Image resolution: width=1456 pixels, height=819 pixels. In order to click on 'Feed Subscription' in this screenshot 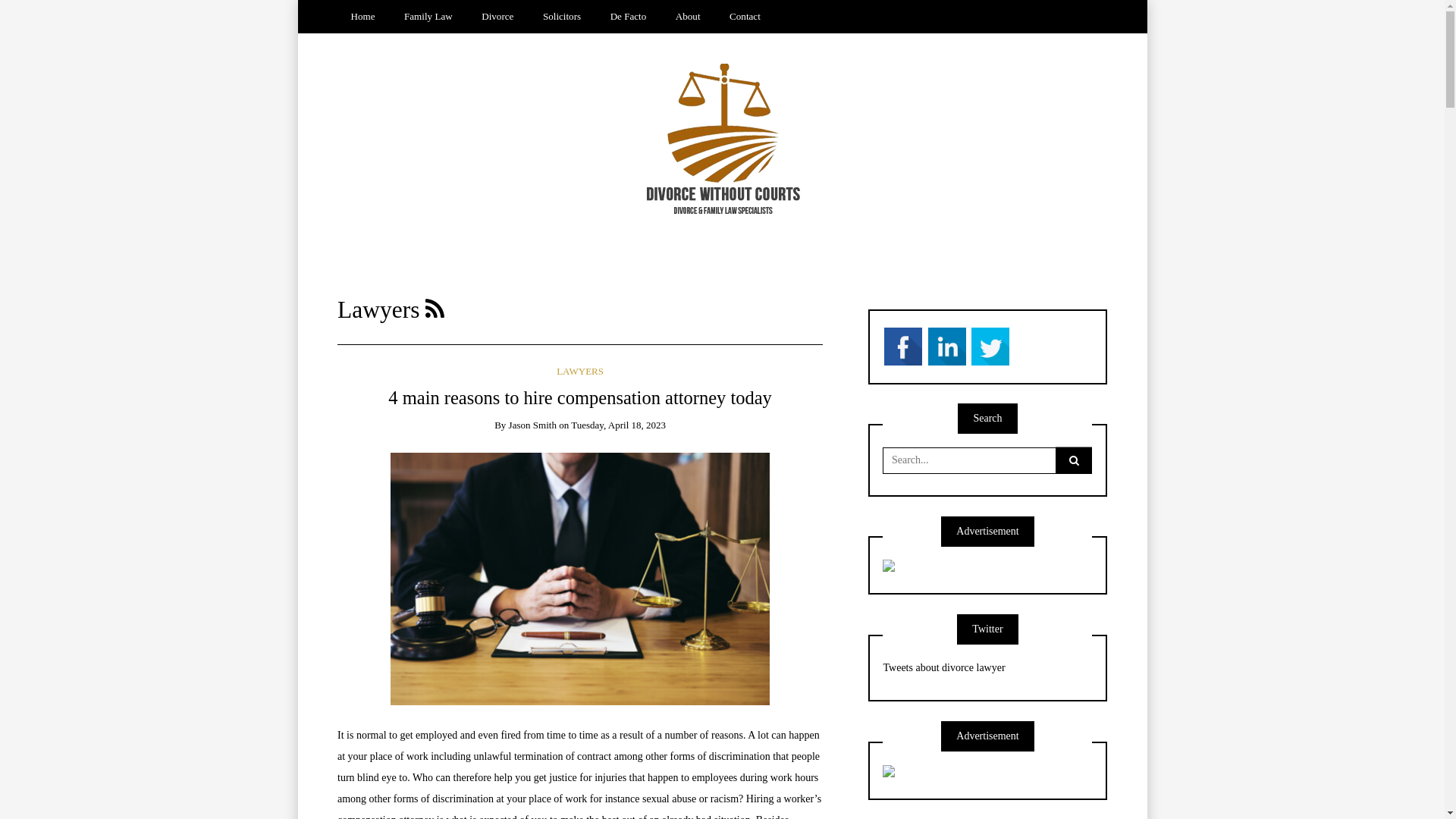, I will do `click(434, 309)`.